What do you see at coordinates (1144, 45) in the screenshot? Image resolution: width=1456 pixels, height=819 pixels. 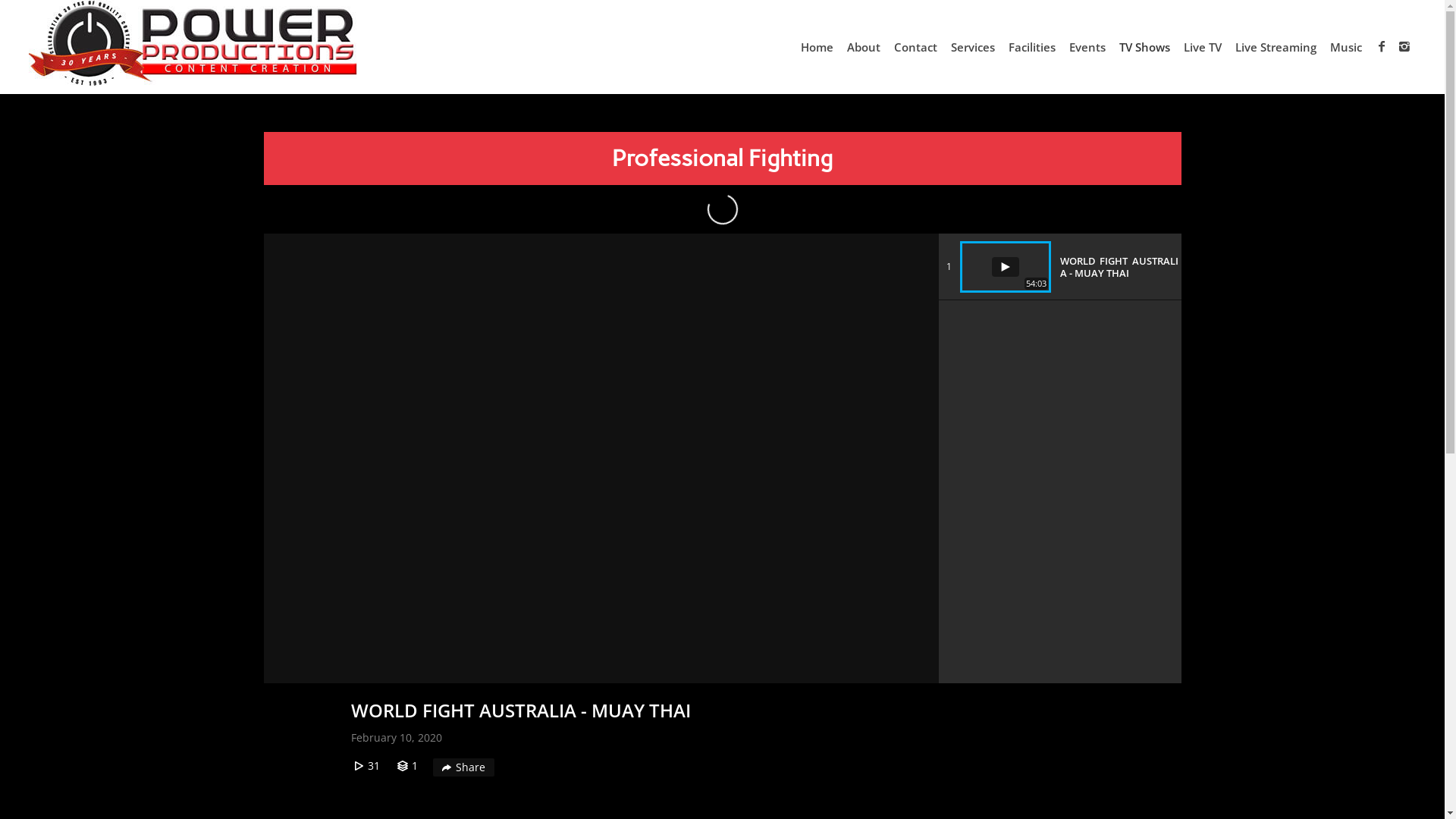 I see `'TV Shows'` at bounding box center [1144, 45].